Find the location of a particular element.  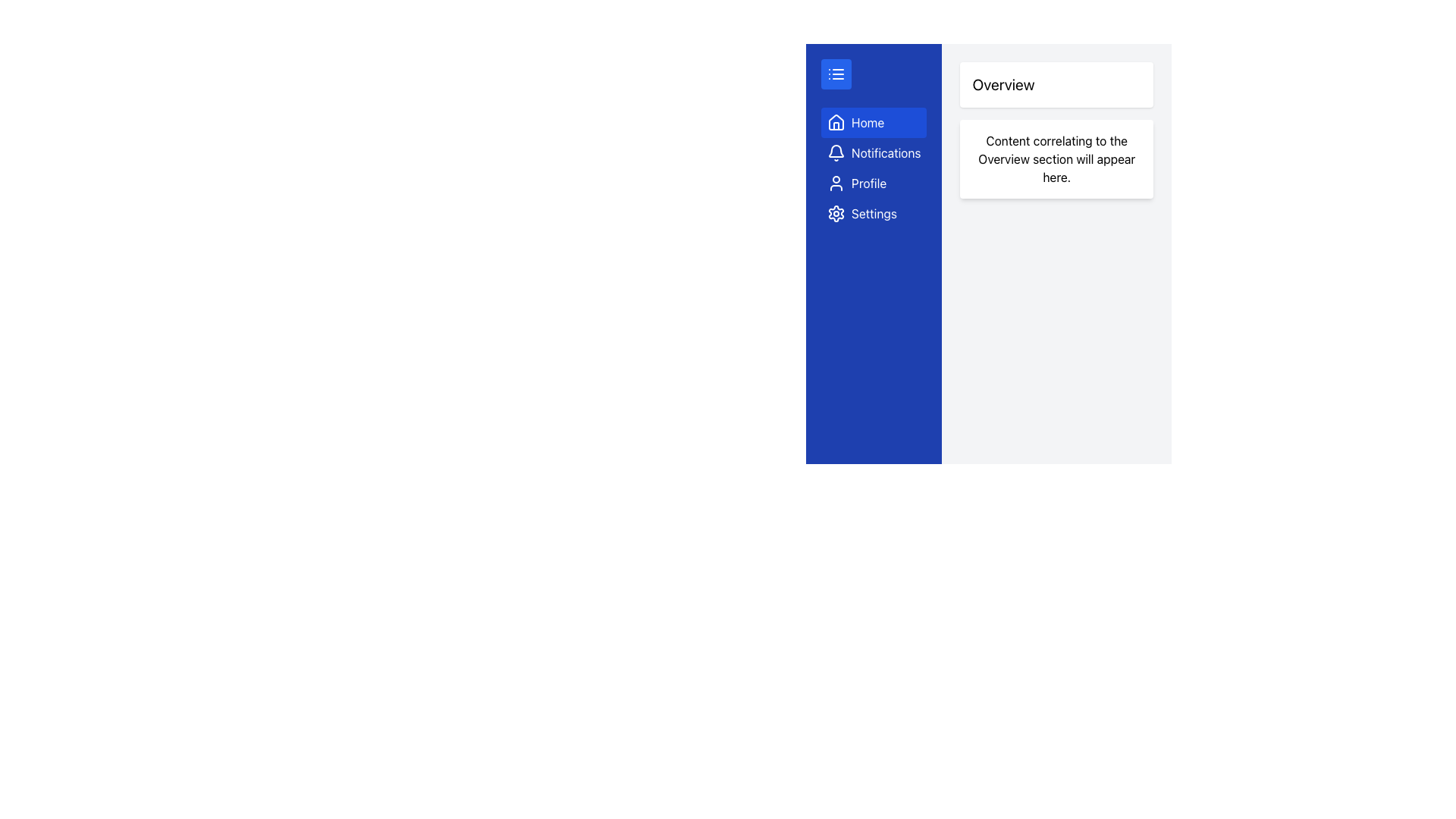

text label 'Home' in the first navigational menu item located in the vertical sidebar on the left side of the interface, which indicates navigation to the home section is located at coordinates (868, 122).